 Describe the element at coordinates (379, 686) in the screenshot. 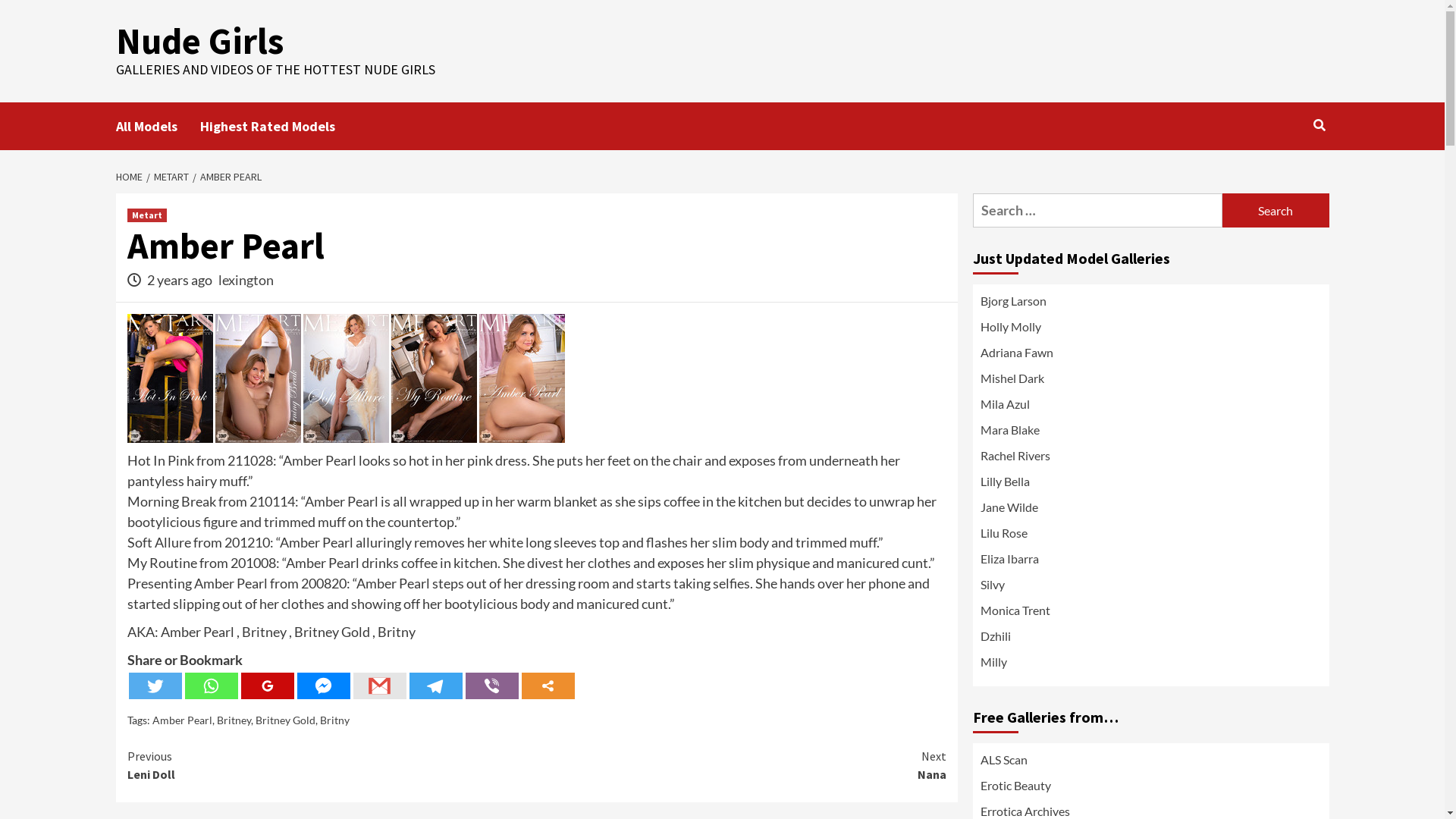

I see `'Google Gmail'` at that location.